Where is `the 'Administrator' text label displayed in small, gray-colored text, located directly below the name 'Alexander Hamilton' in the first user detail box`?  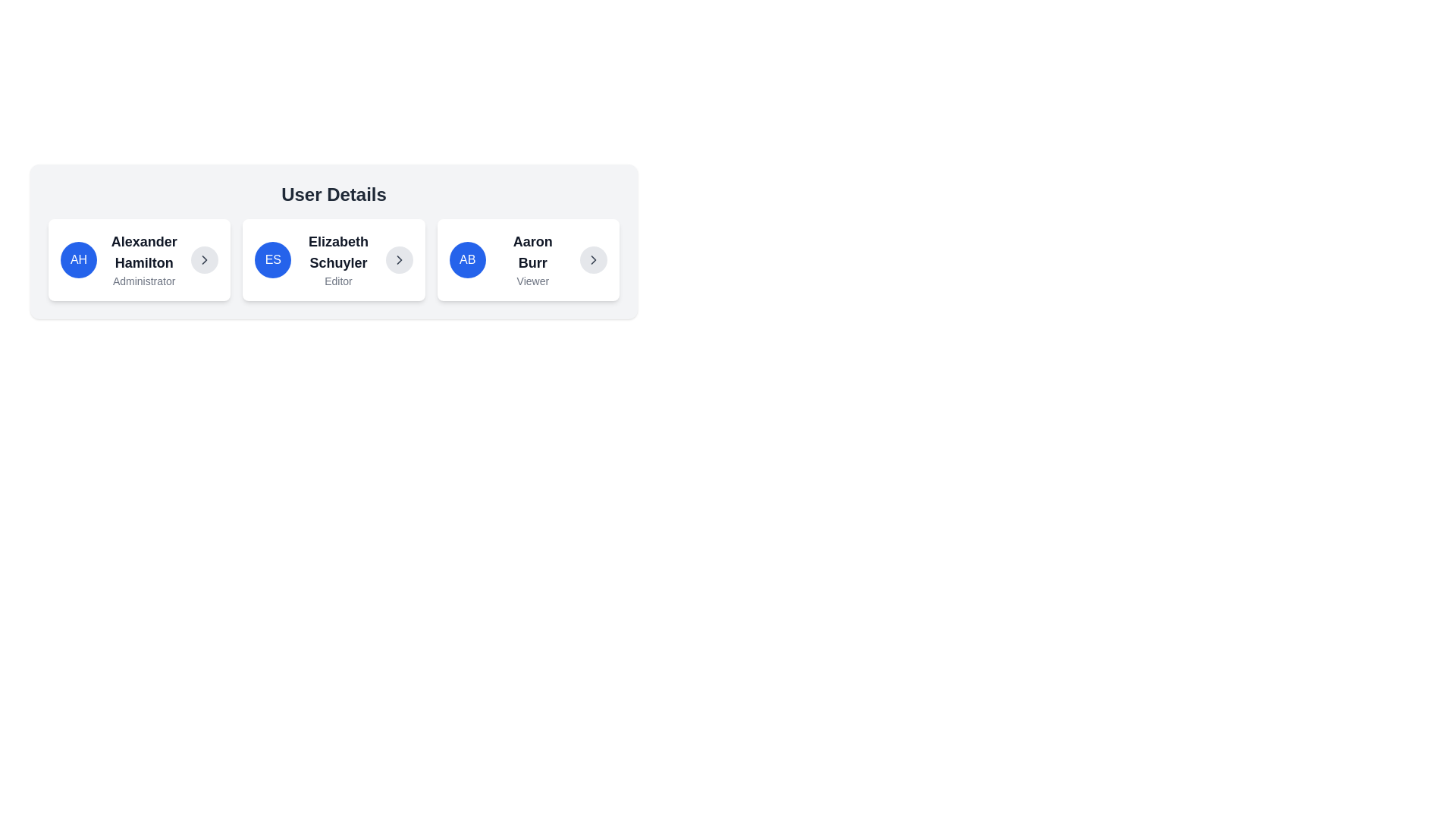
the 'Administrator' text label displayed in small, gray-colored text, located directly below the name 'Alexander Hamilton' in the first user detail box is located at coordinates (144, 281).